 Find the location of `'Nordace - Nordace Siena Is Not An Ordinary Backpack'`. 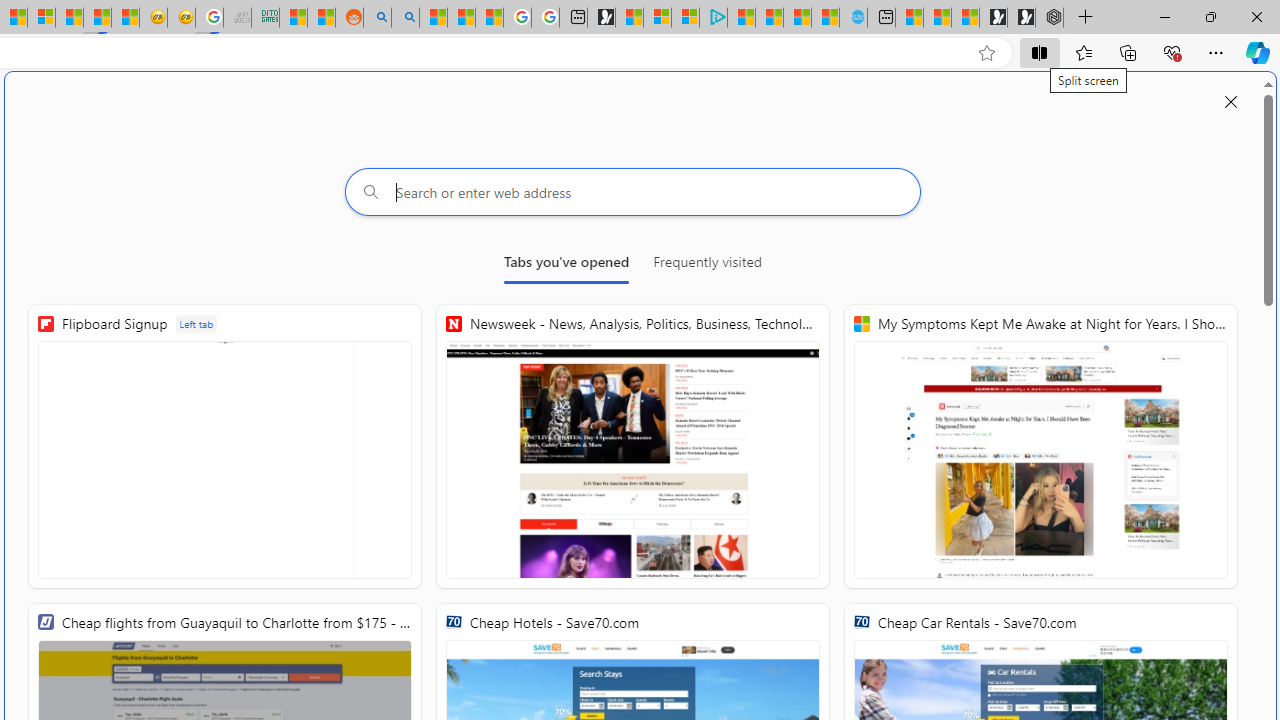

'Nordace - Nordace Siena Is Not An Ordinary Backpack' is located at coordinates (1048, 17).